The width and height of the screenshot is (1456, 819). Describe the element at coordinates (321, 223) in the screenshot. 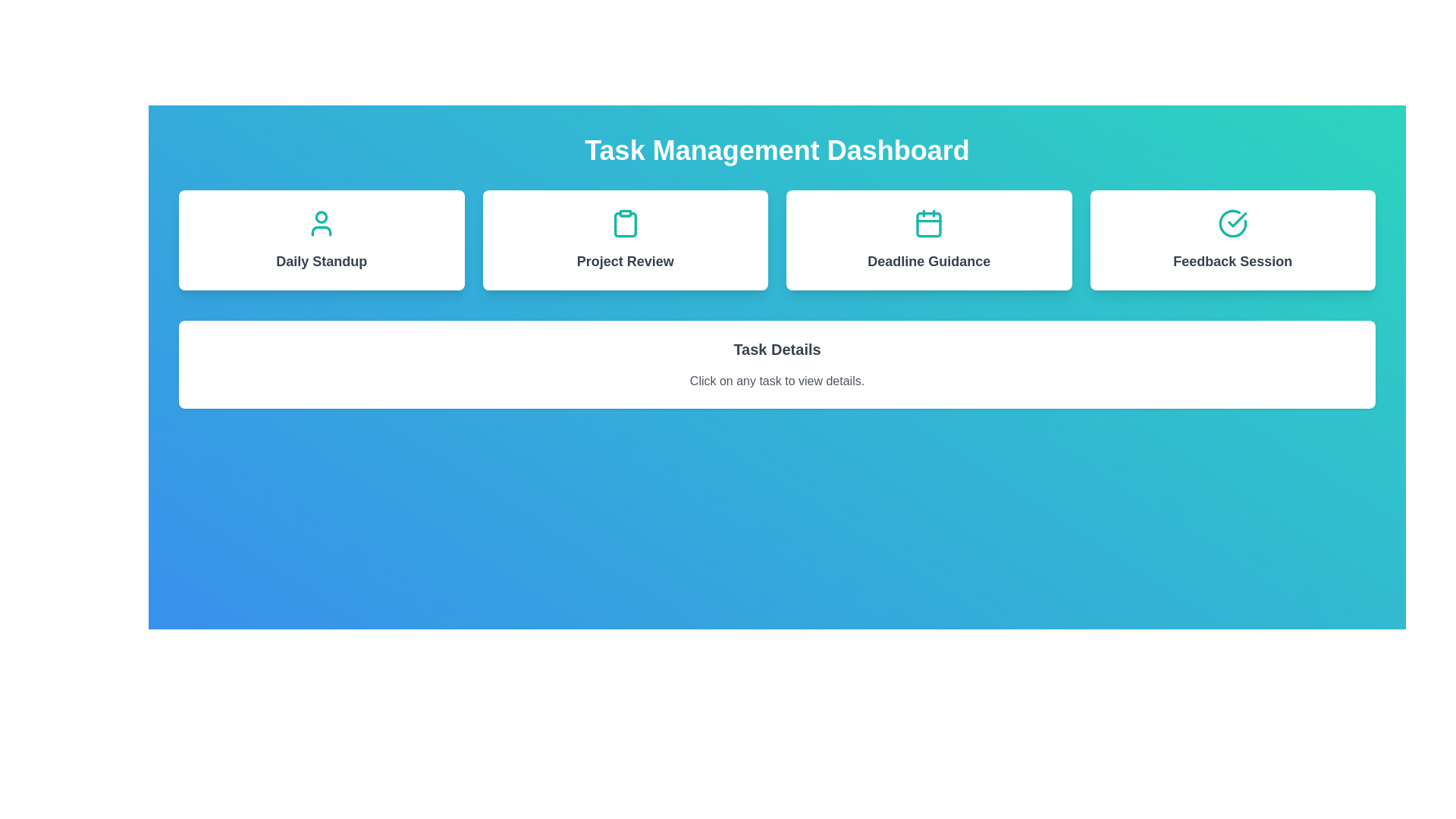

I see `the user silhouette icon, which is styled in teal and located in the upper half of the 'Daily Standup' card` at that location.